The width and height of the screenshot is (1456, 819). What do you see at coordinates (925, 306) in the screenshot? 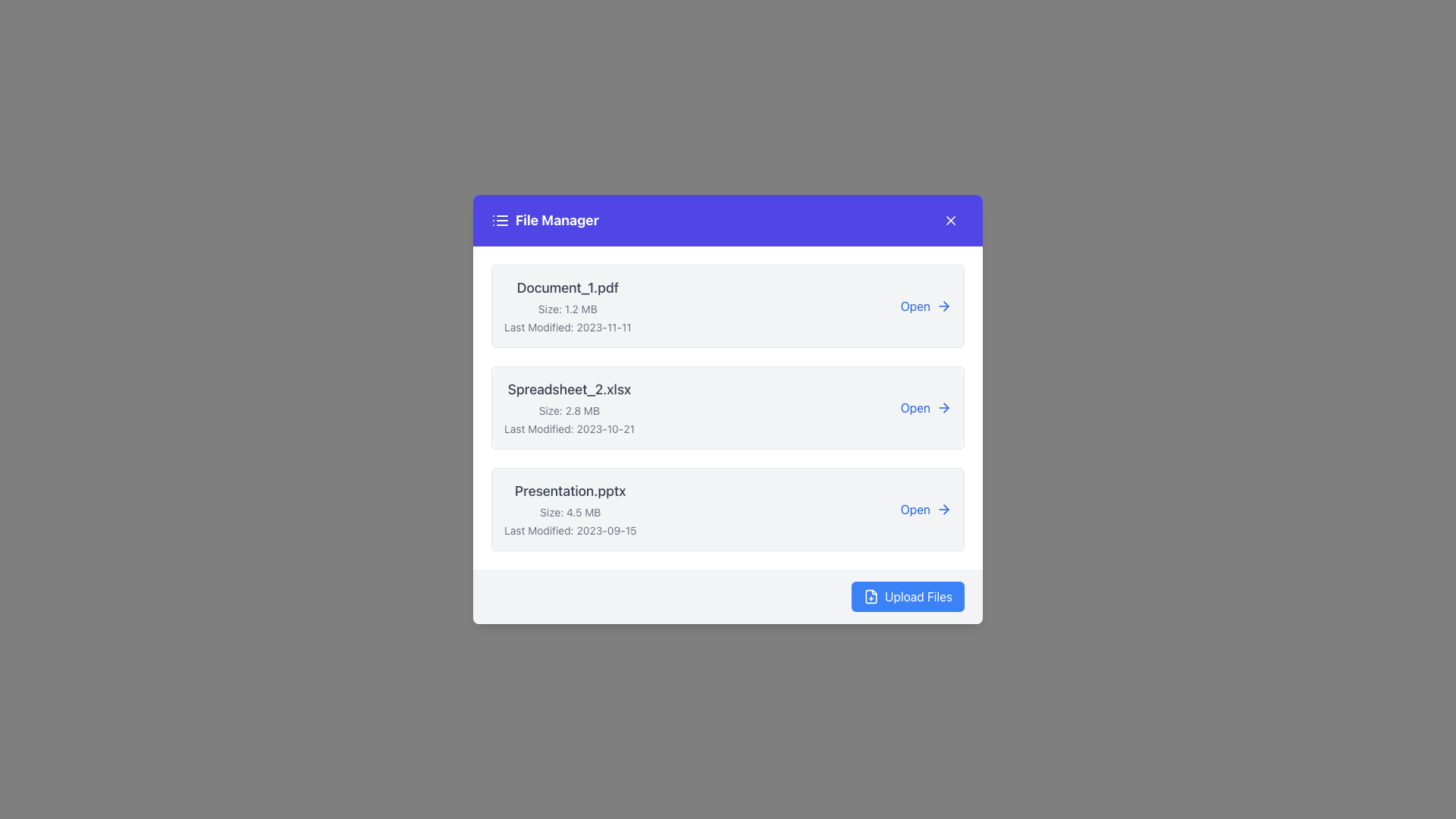
I see `the button located at the rightmost part of the first entry in the list, which opens 'Document_1.pdf', to trigger visual feedback` at bounding box center [925, 306].